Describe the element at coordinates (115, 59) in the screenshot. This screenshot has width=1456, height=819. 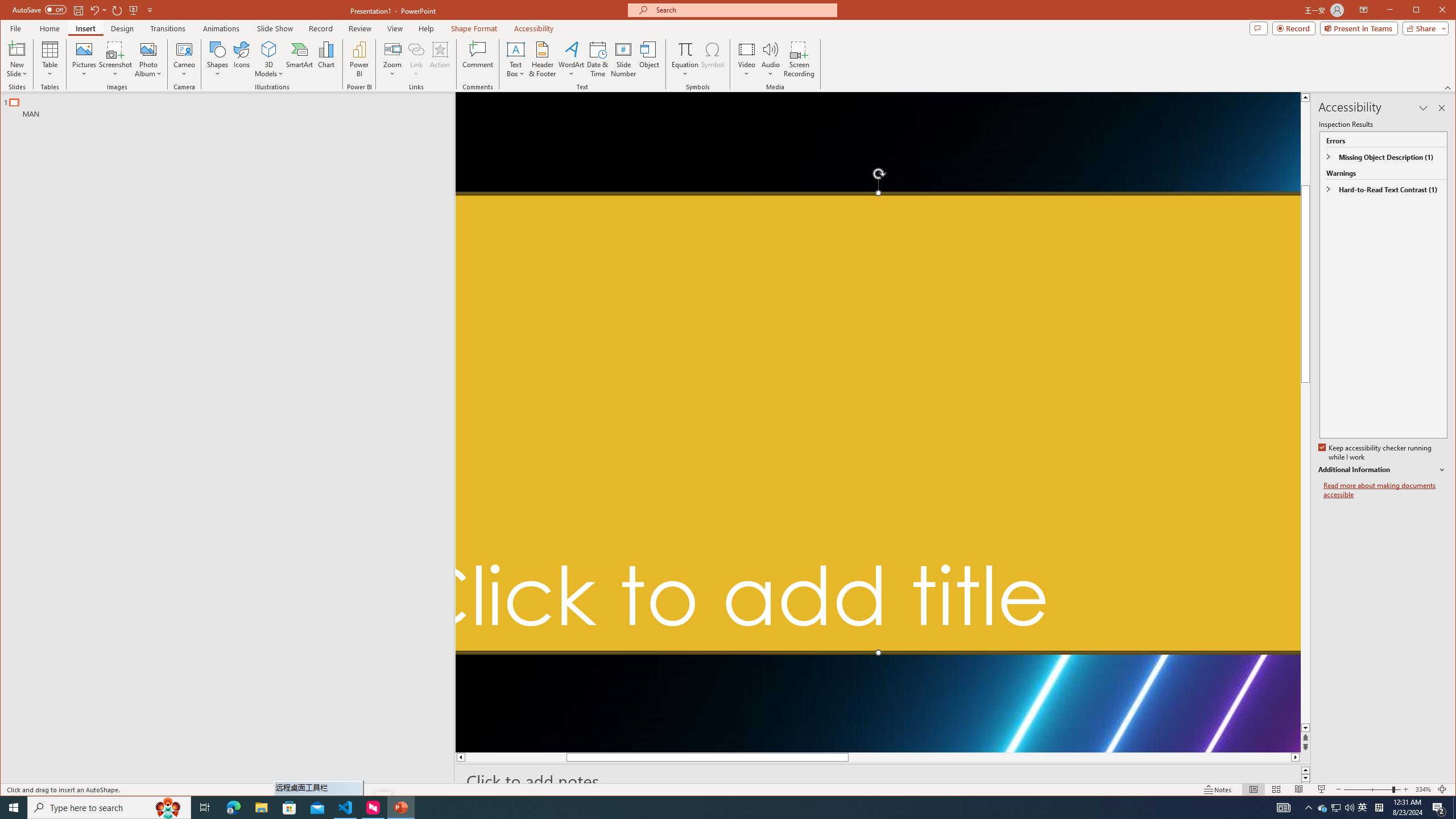
I see `'Screenshot'` at that location.